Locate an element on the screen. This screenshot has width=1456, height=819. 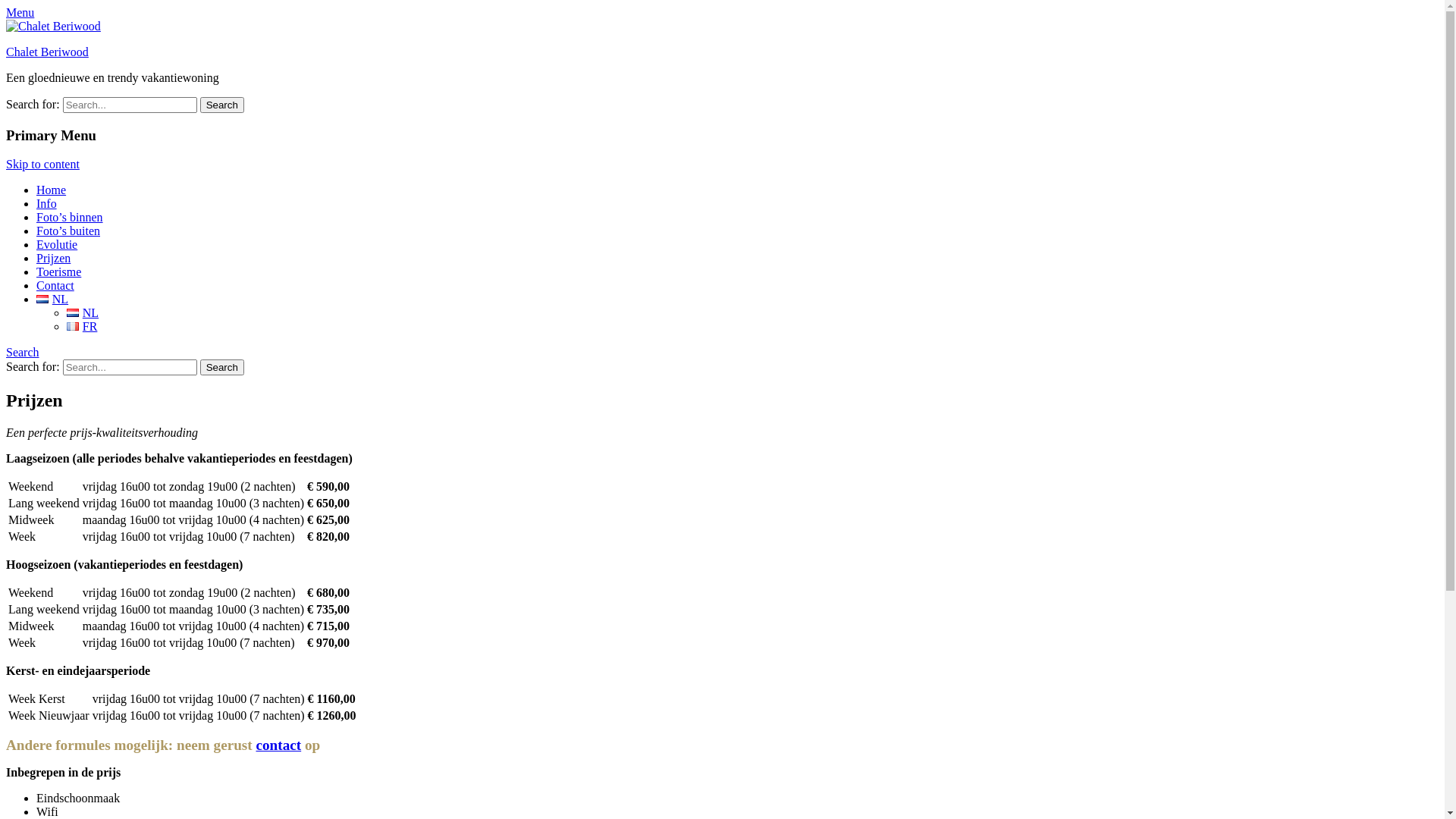
'Skip to content' is located at coordinates (42, 164).